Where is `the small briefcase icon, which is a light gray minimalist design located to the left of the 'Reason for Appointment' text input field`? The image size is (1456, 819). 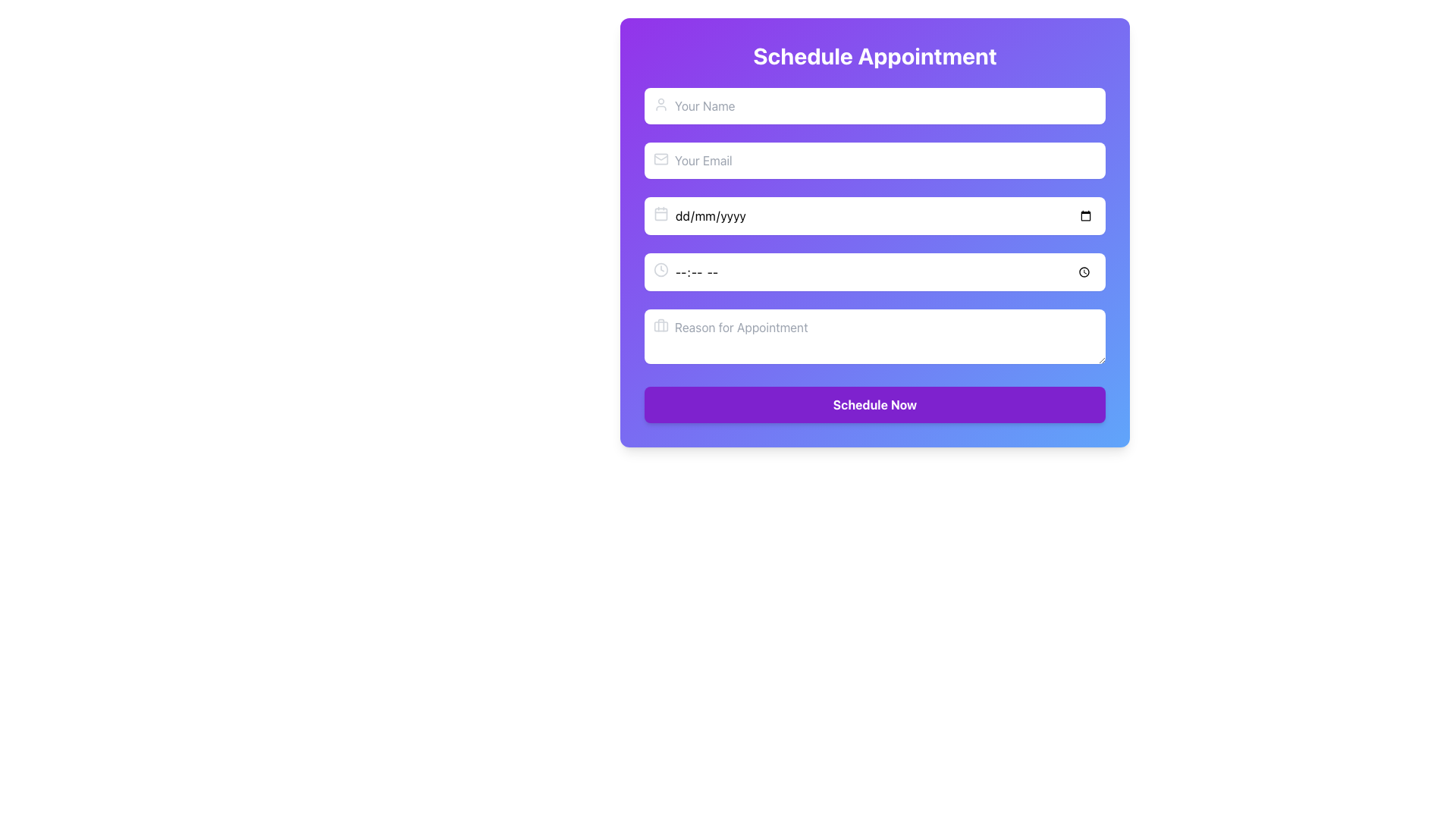 the small briefcase icon, which is a light gray minimalist design located to the left of the 'Reason for Appointment' text input field is located at coordinates (661, 325).